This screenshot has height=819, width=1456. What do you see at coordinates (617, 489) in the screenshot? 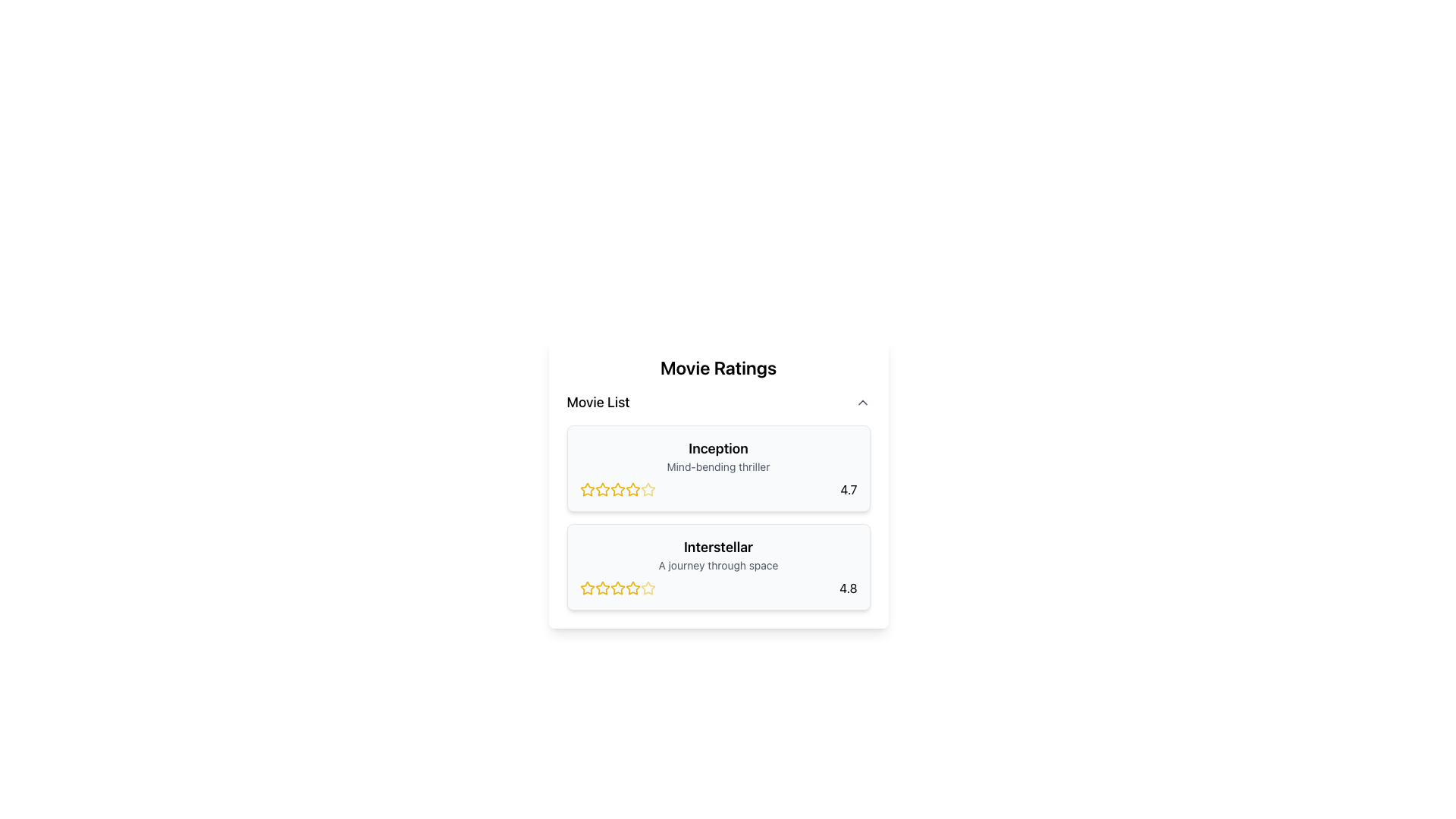
I see `the visual representation of the third yellow star icon in the rating section of the 'Inception' movie card, which indicates an active rating level` at bounding box center [617, 489].